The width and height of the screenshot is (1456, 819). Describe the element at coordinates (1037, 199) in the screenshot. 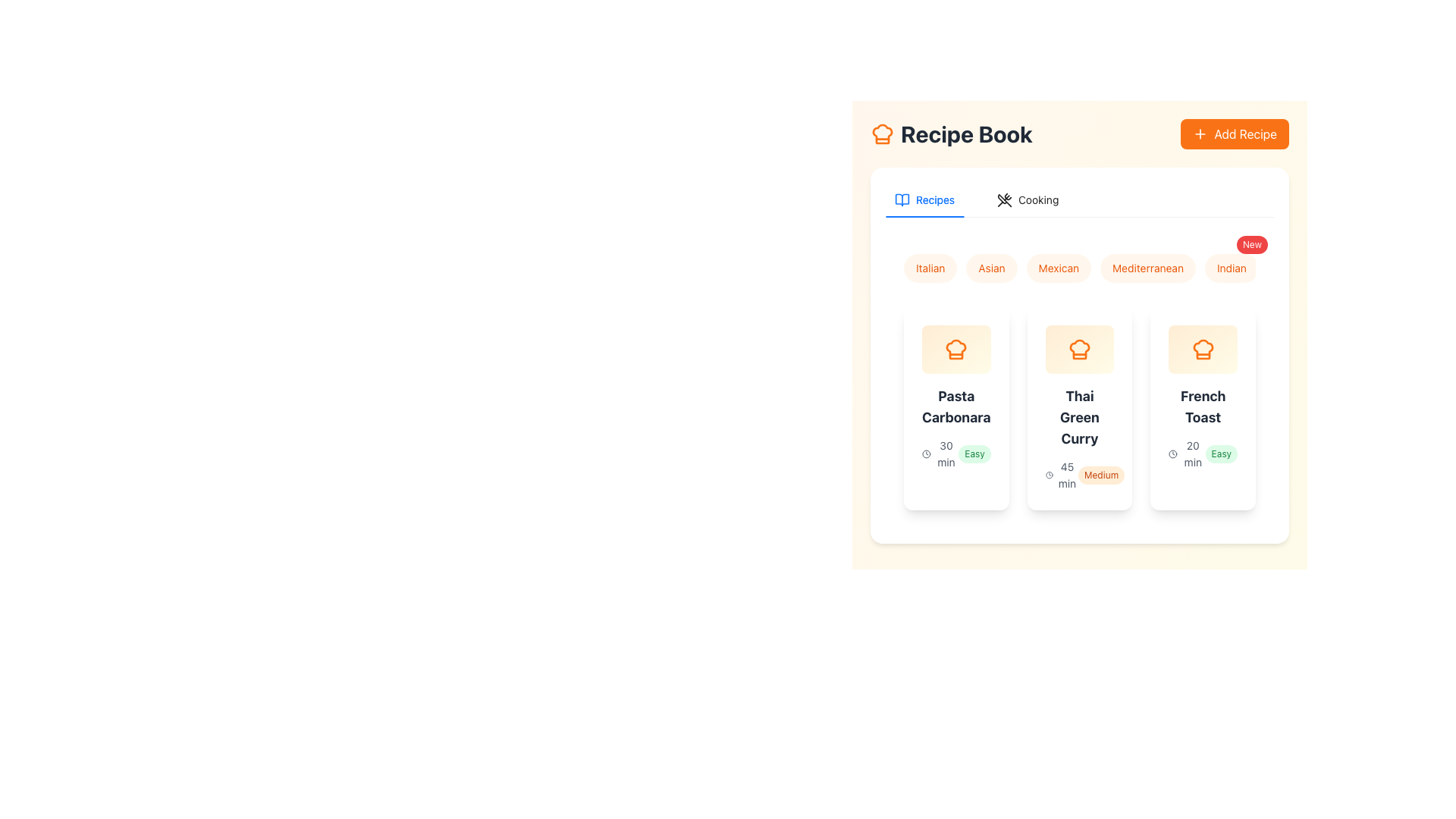

I see `the text label displaying 'Cooking' located in the top bar next` at that location.